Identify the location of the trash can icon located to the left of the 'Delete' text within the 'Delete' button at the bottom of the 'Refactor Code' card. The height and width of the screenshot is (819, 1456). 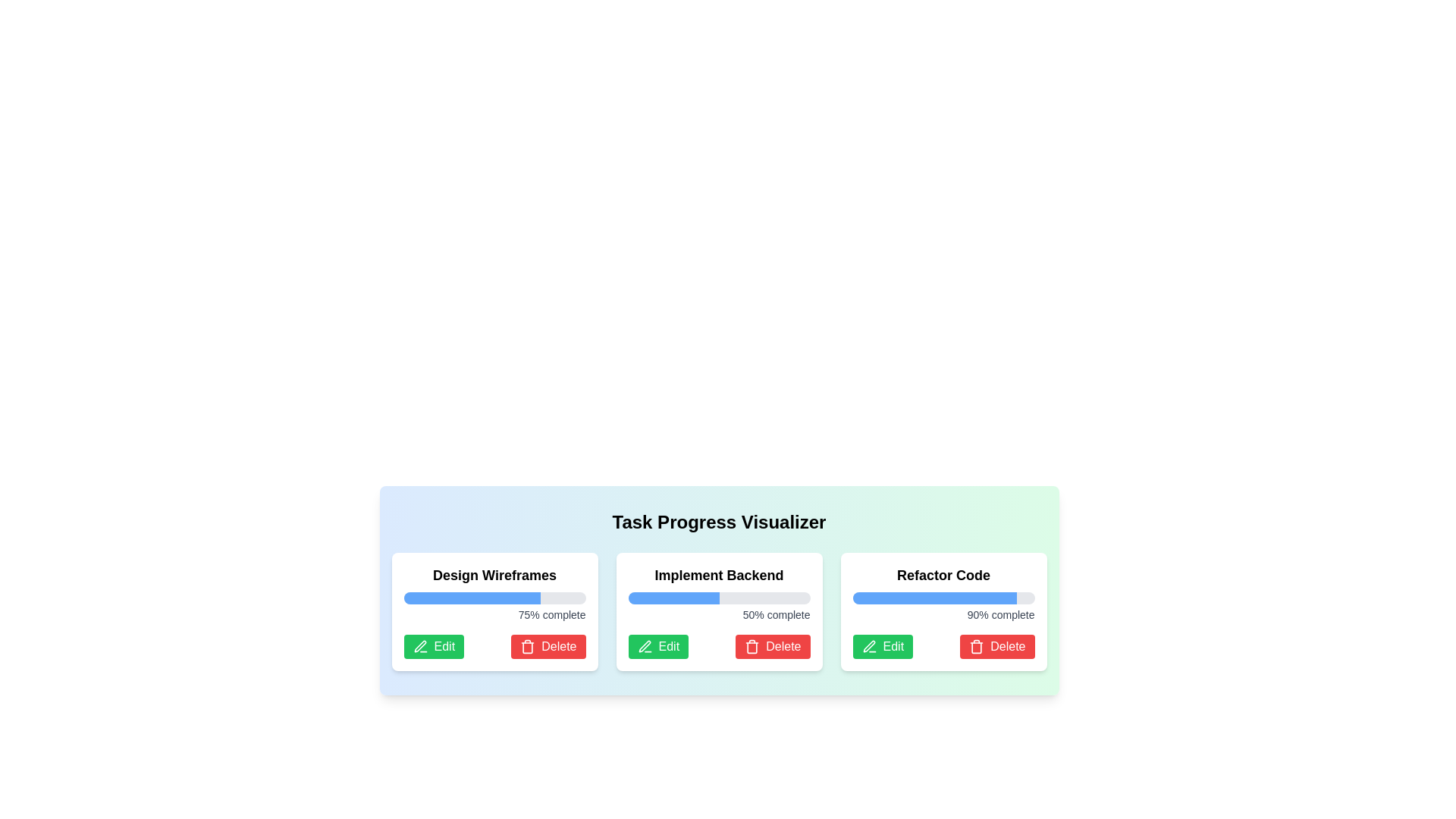
(977, 646).